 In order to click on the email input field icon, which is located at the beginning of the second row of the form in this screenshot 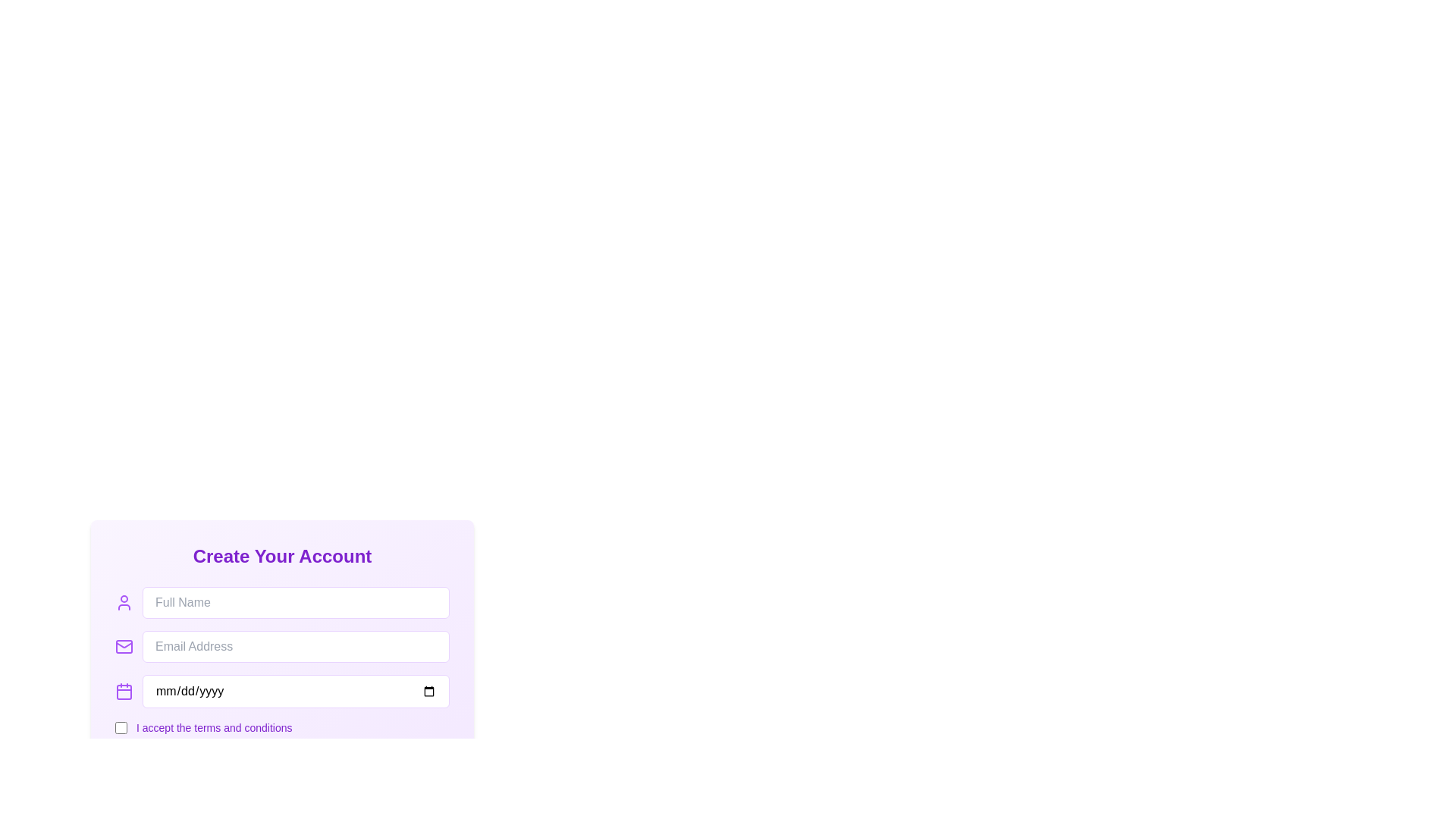, I will do `click(124, 646)`.